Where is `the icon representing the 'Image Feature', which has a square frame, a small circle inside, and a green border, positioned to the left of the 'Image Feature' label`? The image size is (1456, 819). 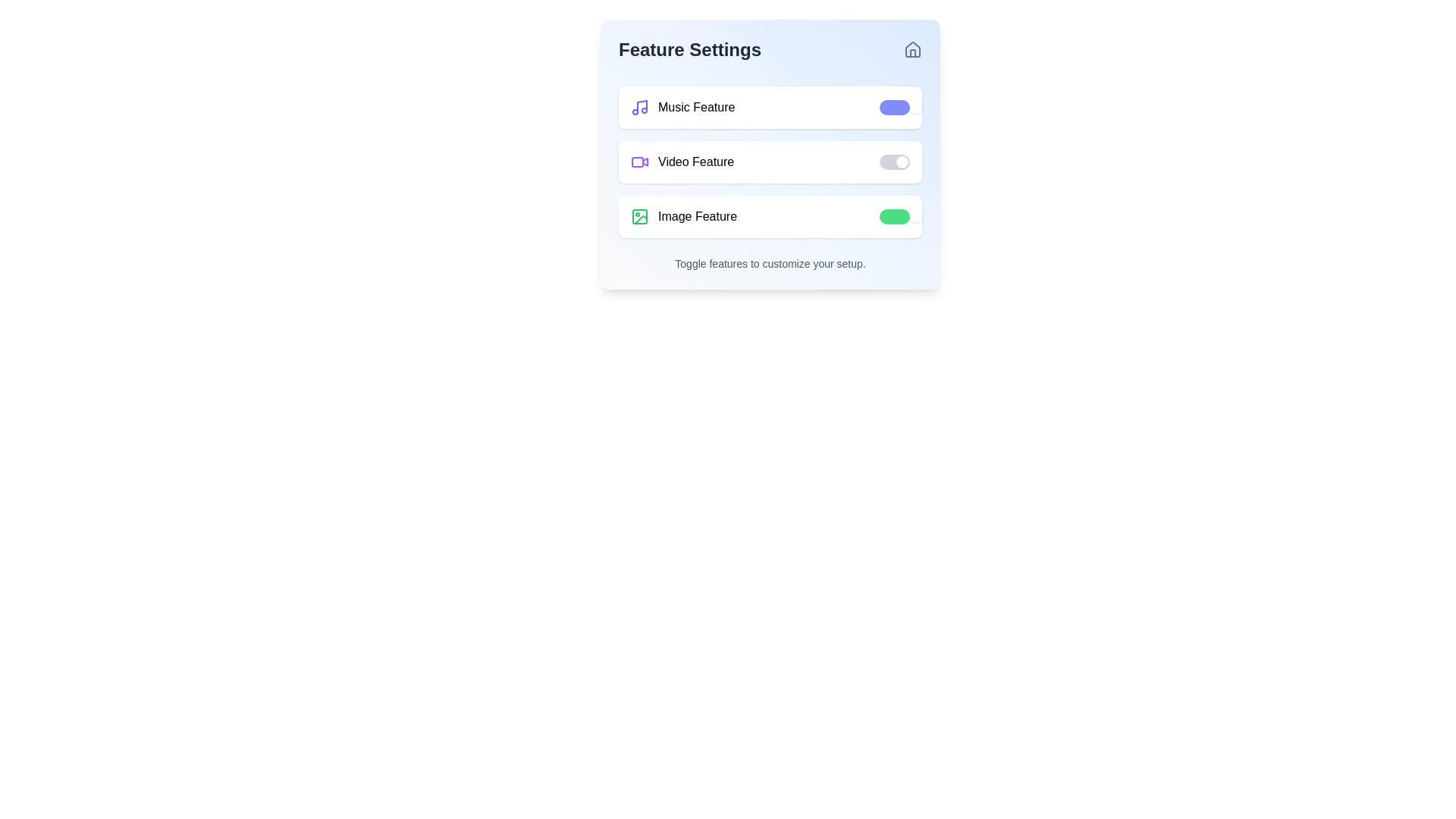 the icon representing the 'Image Feature', which has a square frame, a small circle inside, and a green border, positioned to the left of the 'Image Feature' label is located at coordinates (640, 216).